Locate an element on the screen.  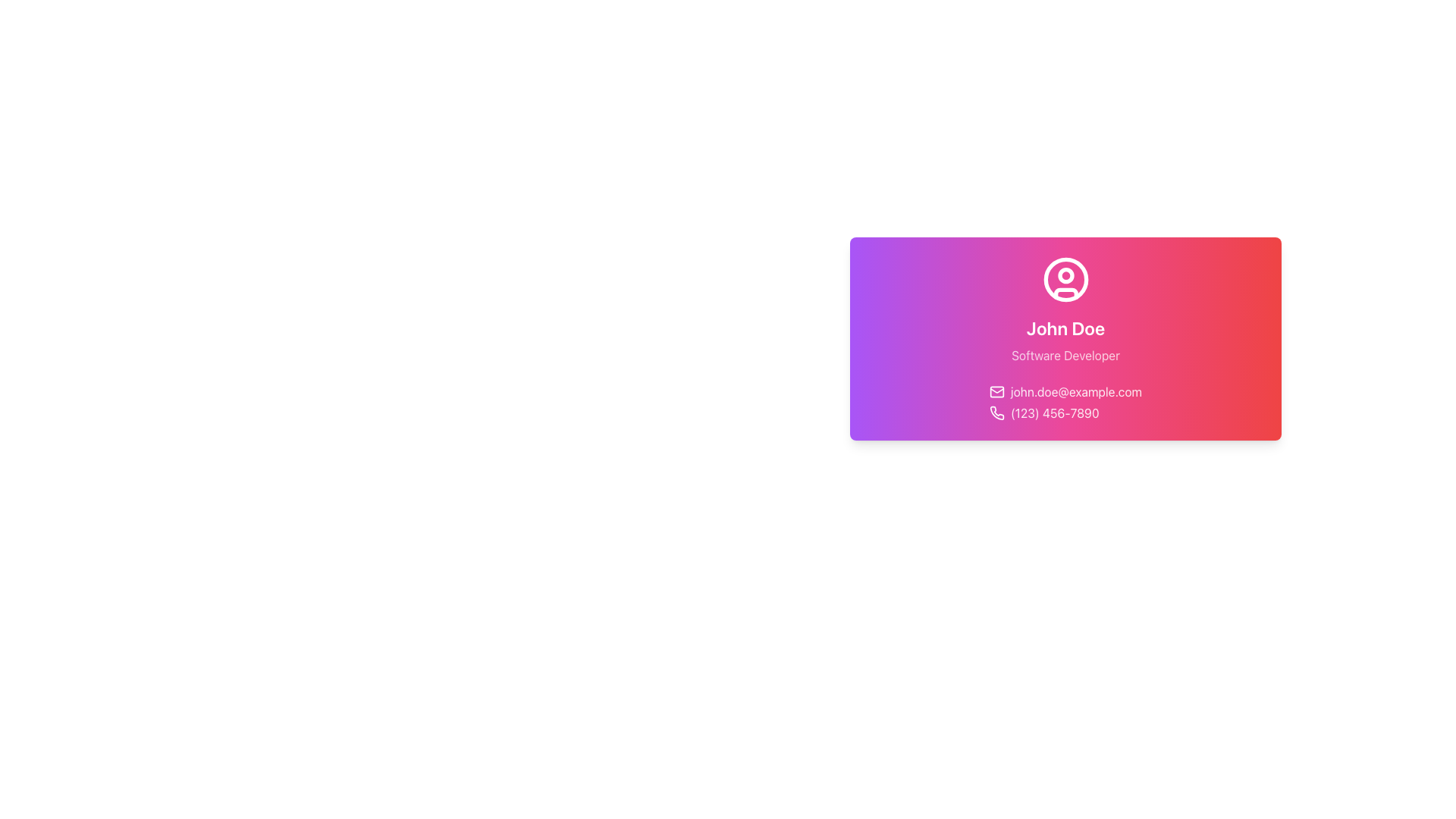
the email icon displayed to the left of 'john.doe@example.com', which serves as a visual marker for the email address is located at coordinates (997, 391).